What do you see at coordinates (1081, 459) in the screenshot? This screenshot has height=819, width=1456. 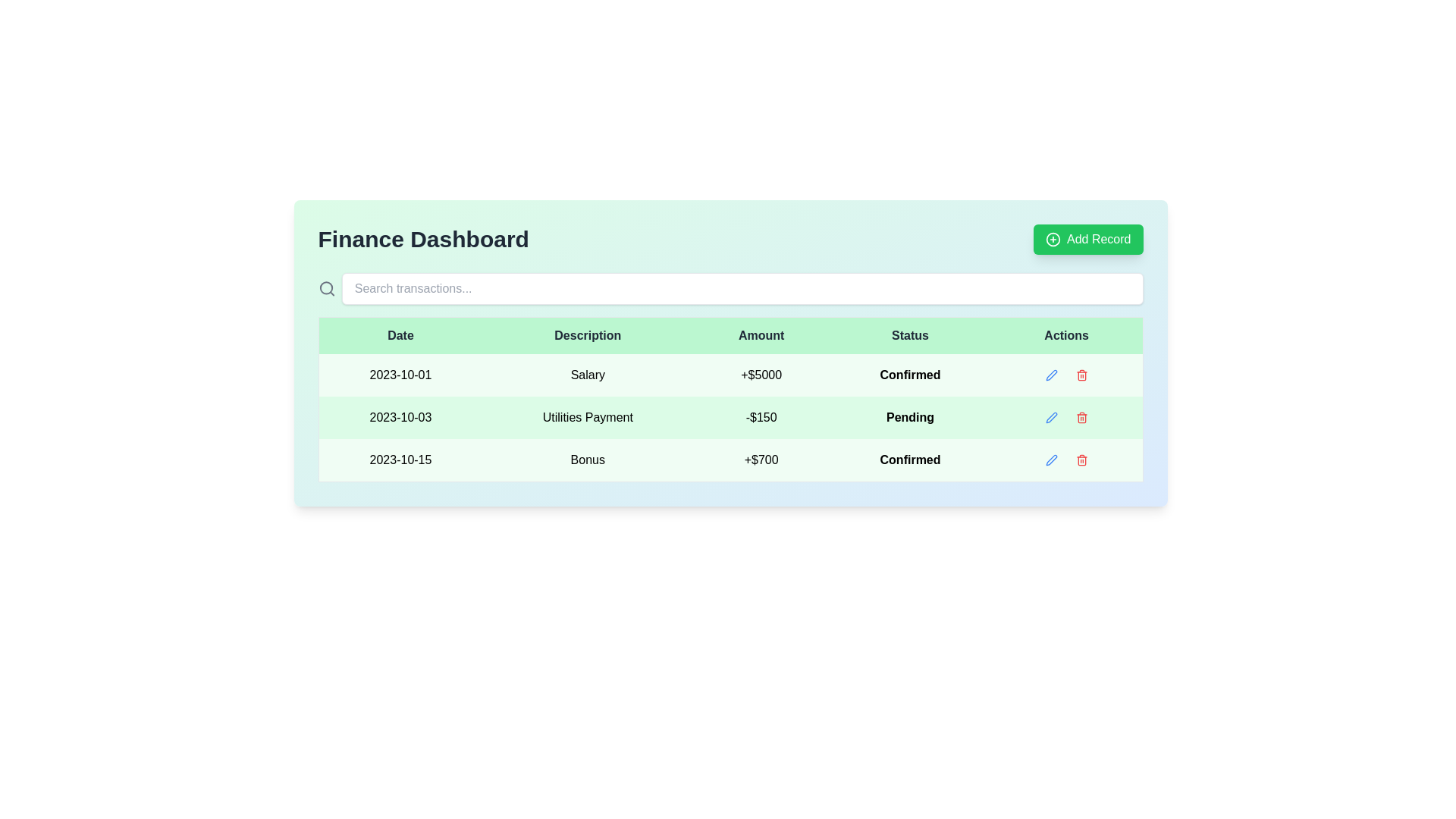 I see `the trash bin icon, which is red and represents the delete action, located in the 'Actions' column of the third row labeled '2023-10-15' with a 'Confirmed' status` at bounding box center [1081, 459].